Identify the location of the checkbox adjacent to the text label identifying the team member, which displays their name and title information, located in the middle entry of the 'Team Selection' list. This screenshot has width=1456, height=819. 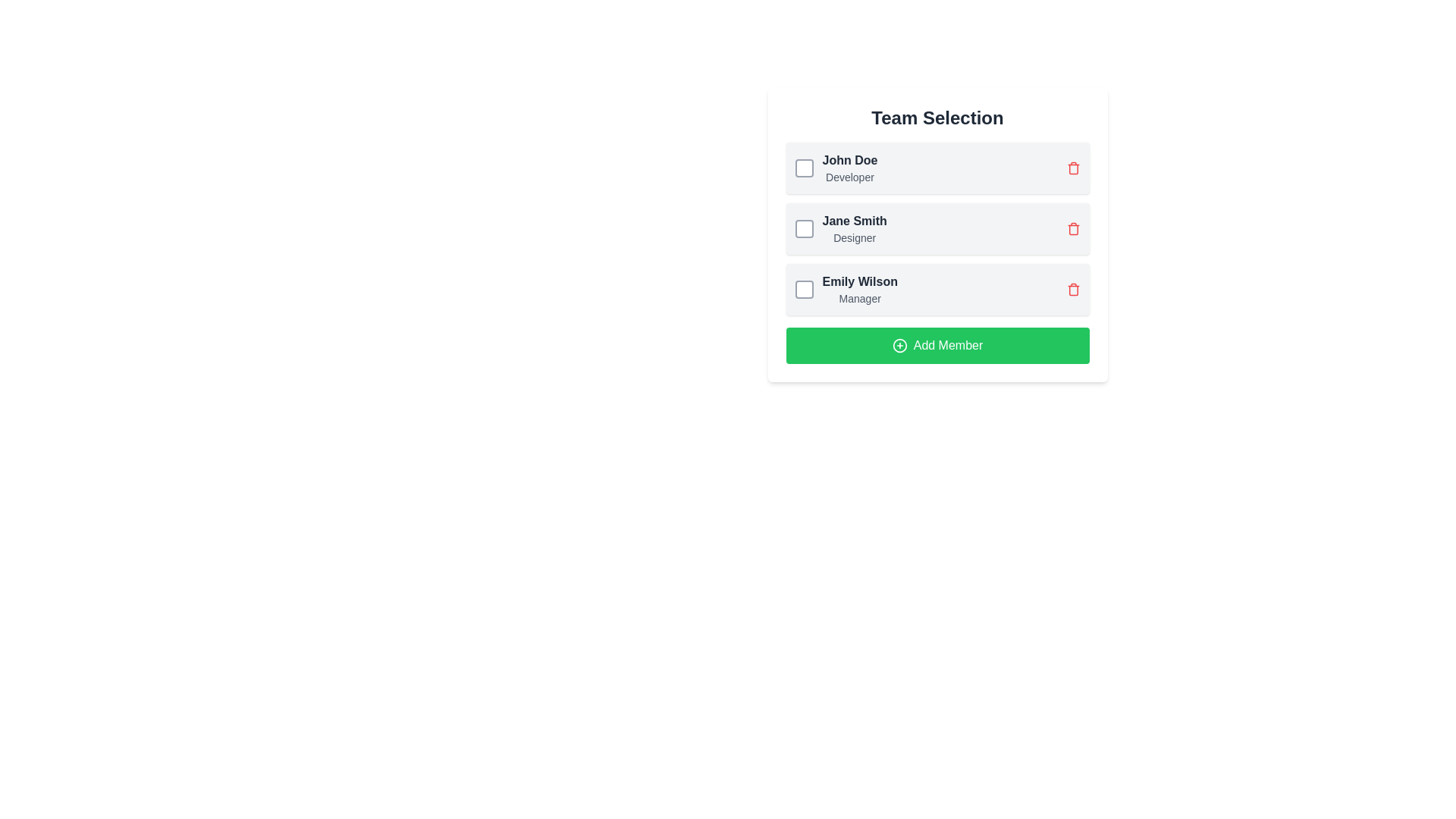
(855, 228).